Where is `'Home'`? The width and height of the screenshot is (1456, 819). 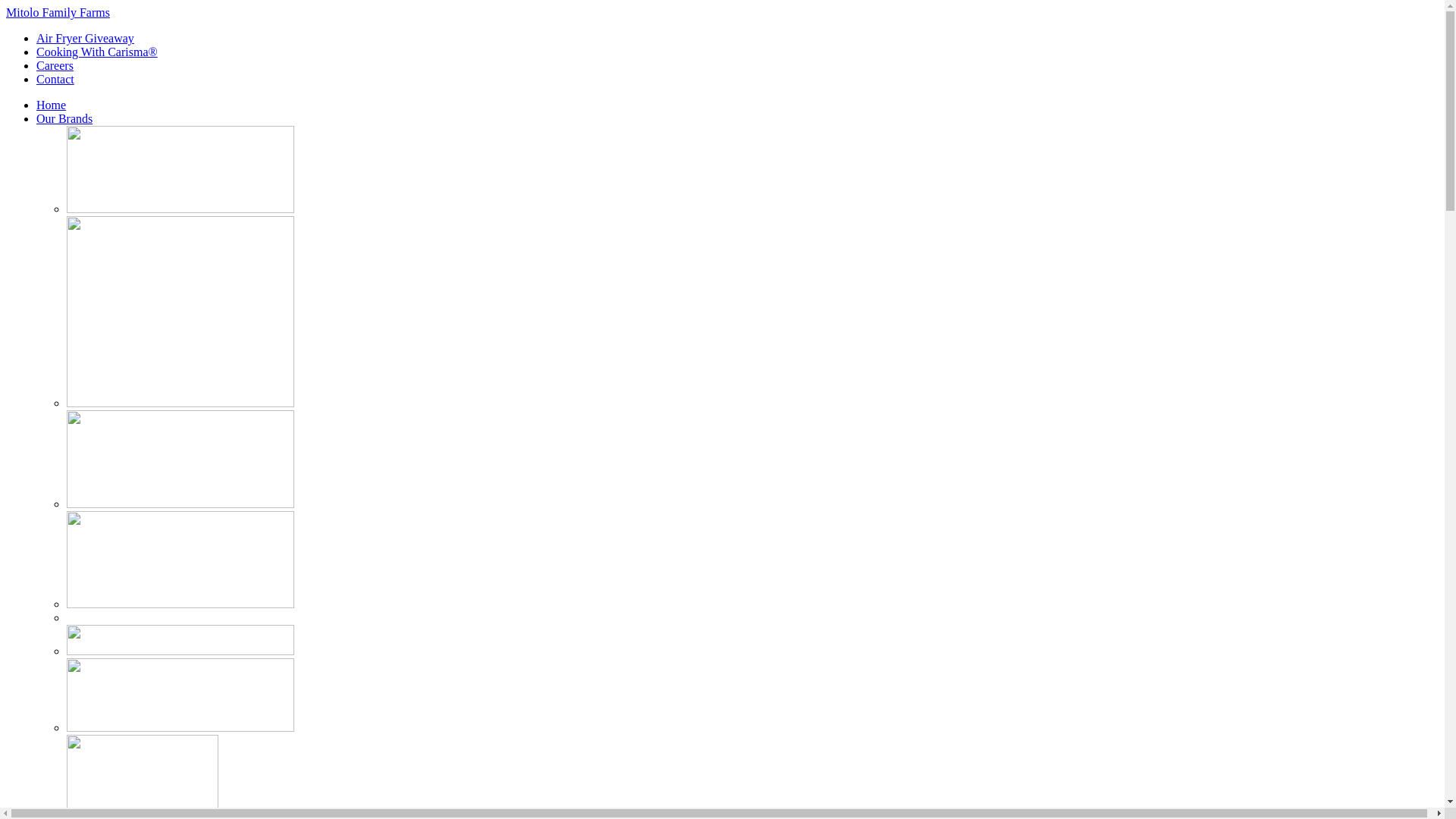 'Home' is located at coordinates (51, 104).